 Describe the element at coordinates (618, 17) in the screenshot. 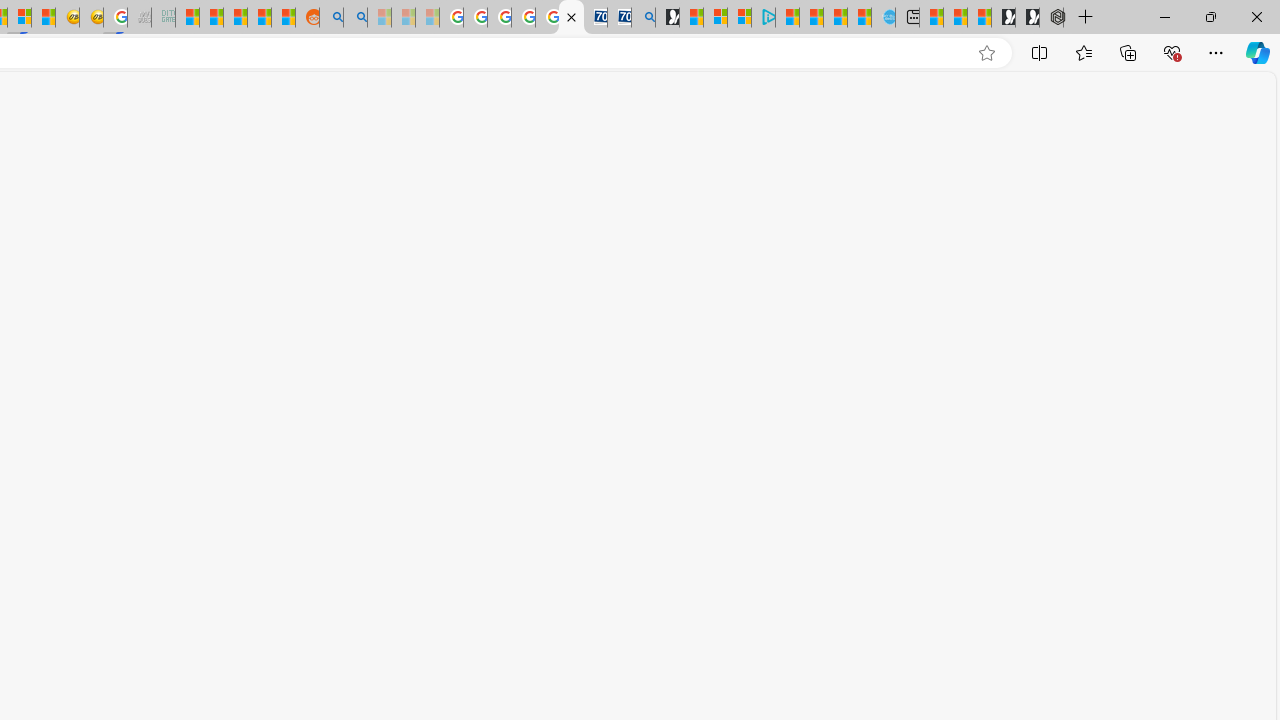

I see `'Cheap Car Rentals - Save70.com'` at that location.